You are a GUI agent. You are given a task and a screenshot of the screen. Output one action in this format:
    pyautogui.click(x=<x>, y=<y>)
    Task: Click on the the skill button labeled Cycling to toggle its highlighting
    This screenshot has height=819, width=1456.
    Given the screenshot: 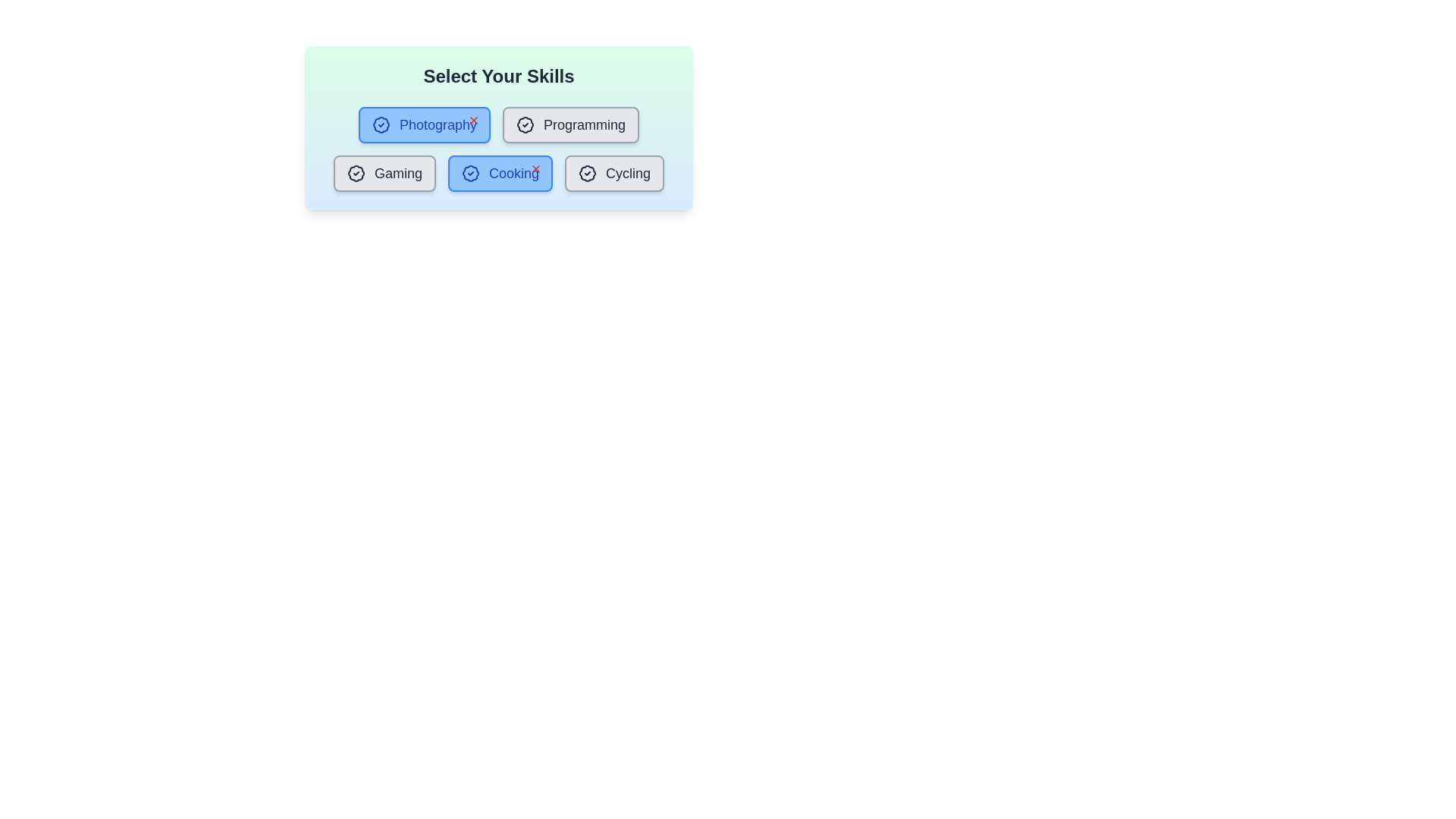 What is the action you would take?
    pyautogui.click(x=614, y=172)
    